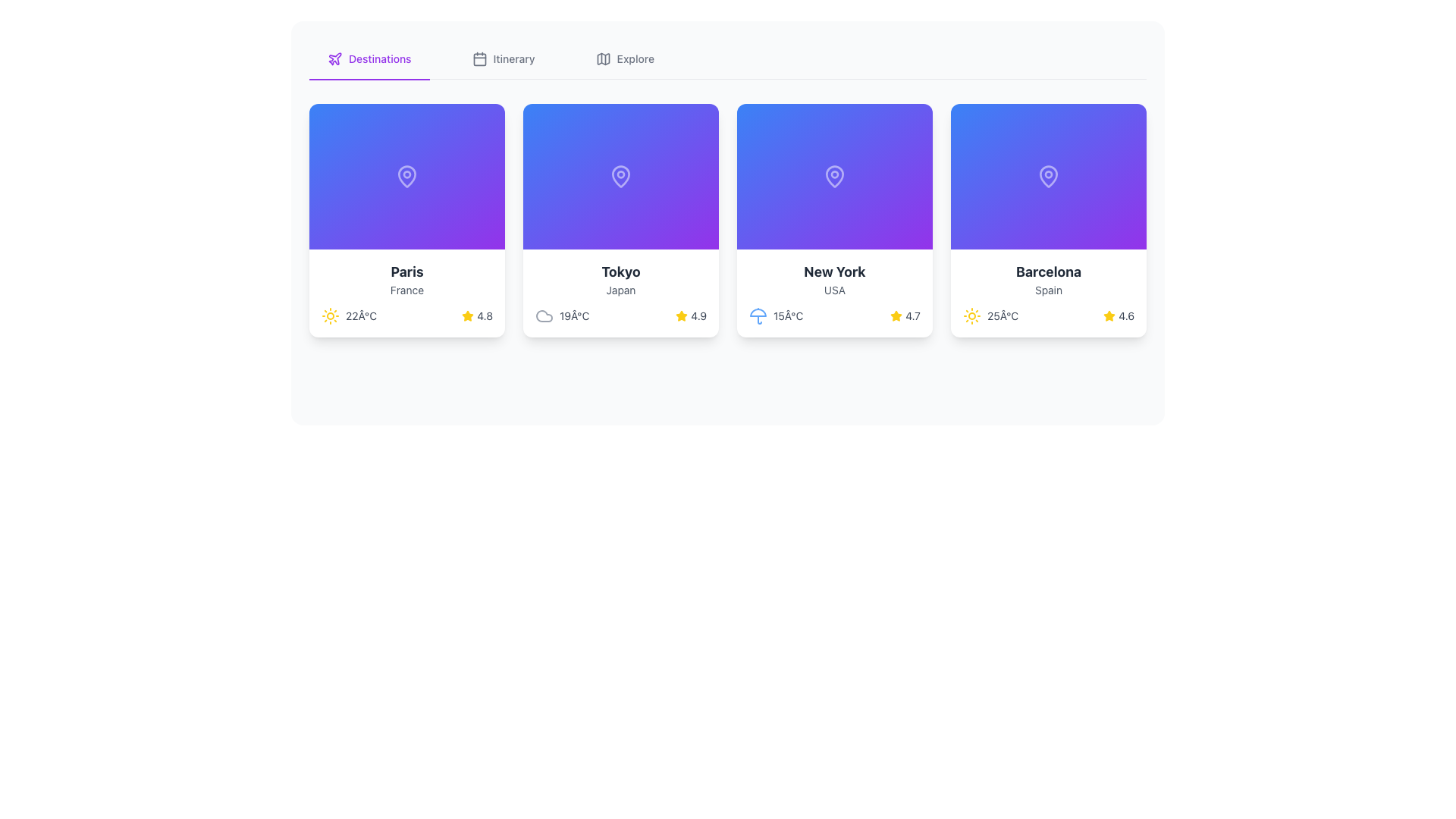 The height and width of the screenshot is (819, 1456). What do you see at coordinates (334, 58) in the screenshot?
I see `the icon representing 'Destinations' located in the top-left region of the interface` at bounding box center [334, 58].